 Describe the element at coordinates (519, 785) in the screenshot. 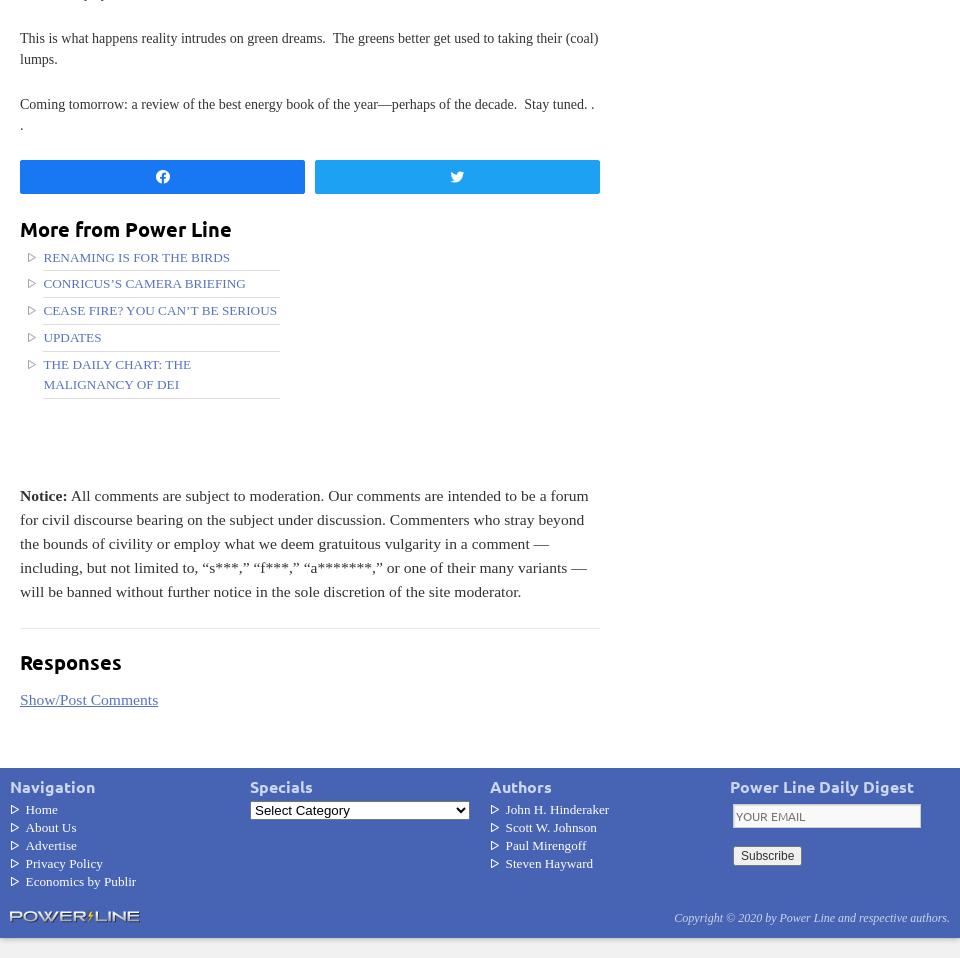

I see `'Authors'` at that location.